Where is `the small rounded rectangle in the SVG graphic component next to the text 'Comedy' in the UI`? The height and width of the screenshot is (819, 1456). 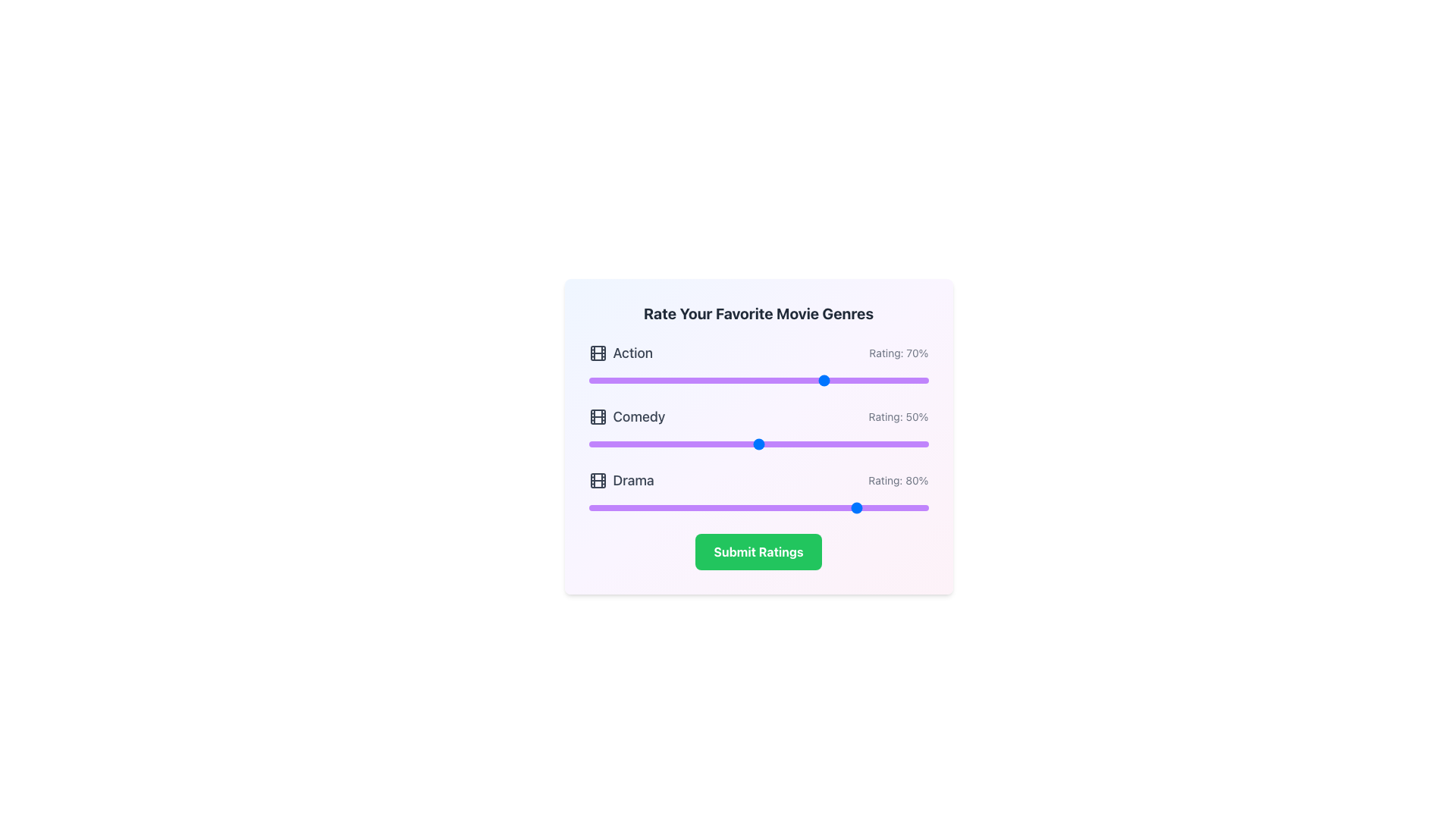 the small rounded rectangle in the SVG graphic component next to the text 'Comedy' in the UI is located at coordinates (597, 417).